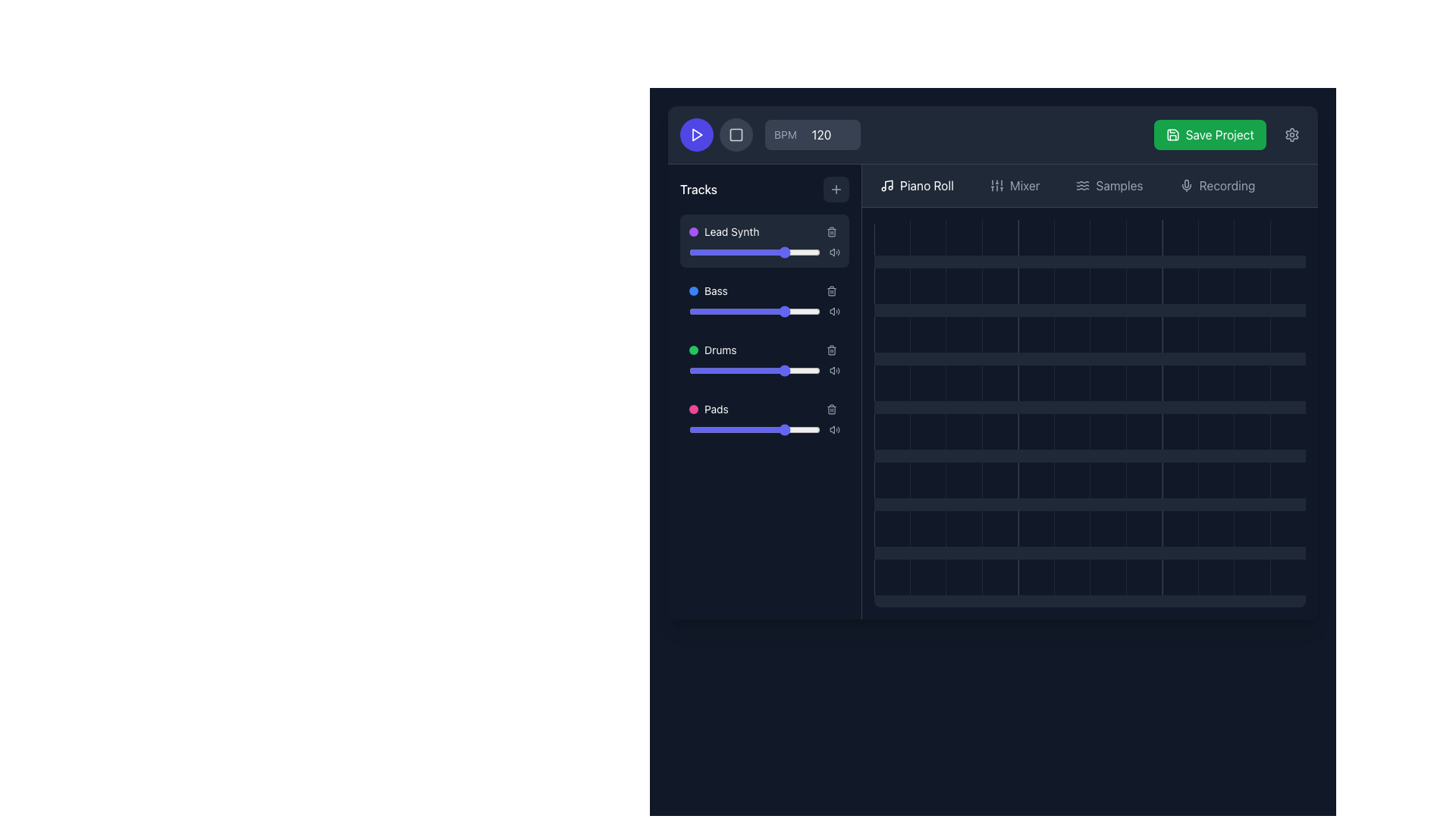  What do you see at coordinates (1071, 334) in the screenshot?
I see `the 6th square block in the 3rd row of the grid-based interface within the main workspace` at bounding box center [1071, 334].